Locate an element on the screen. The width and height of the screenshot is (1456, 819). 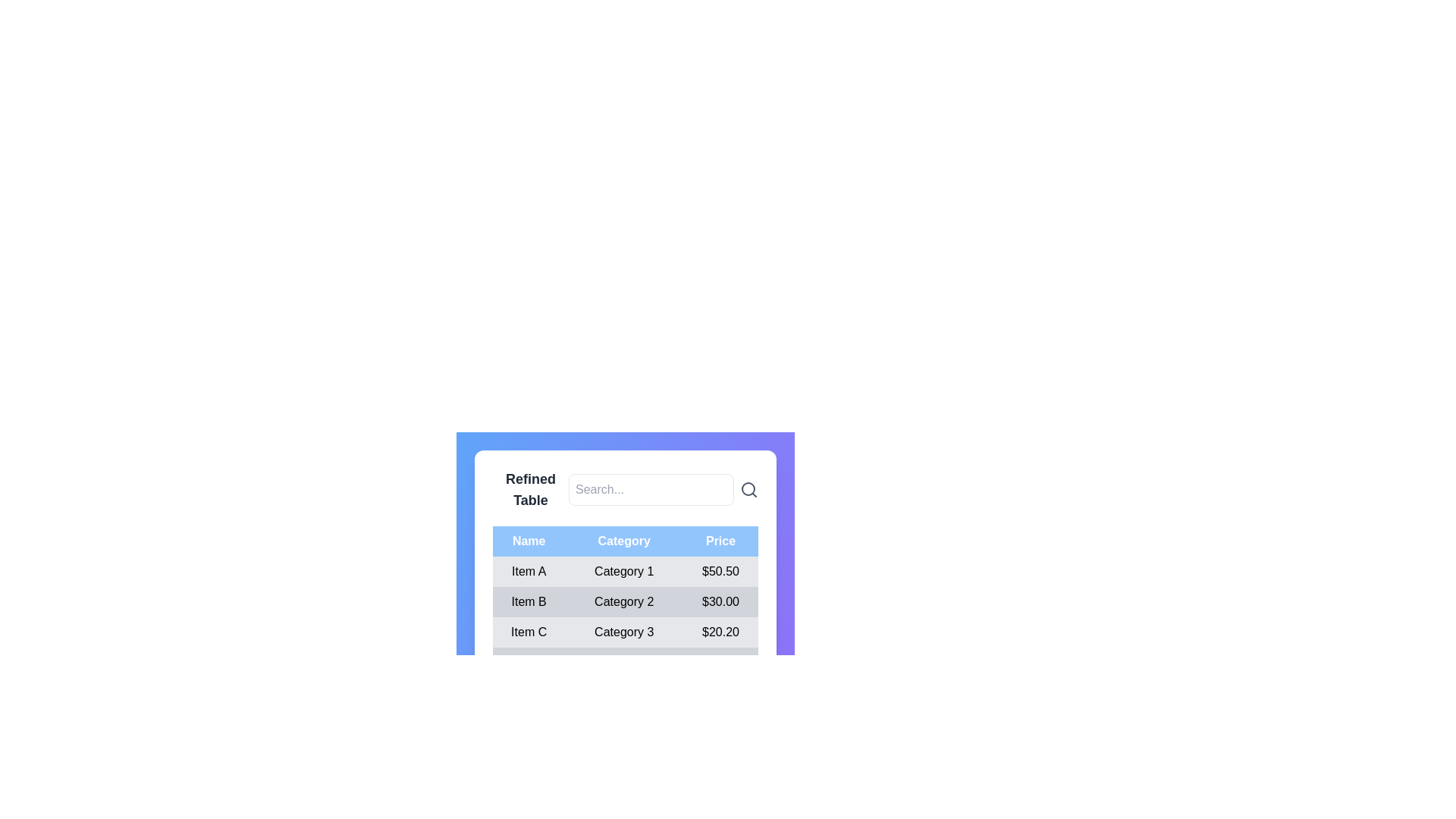
the second row in the table that contains data for 'Item B', which is located between 'Item A' and 'Item C' is located at coordinates (626, 601).